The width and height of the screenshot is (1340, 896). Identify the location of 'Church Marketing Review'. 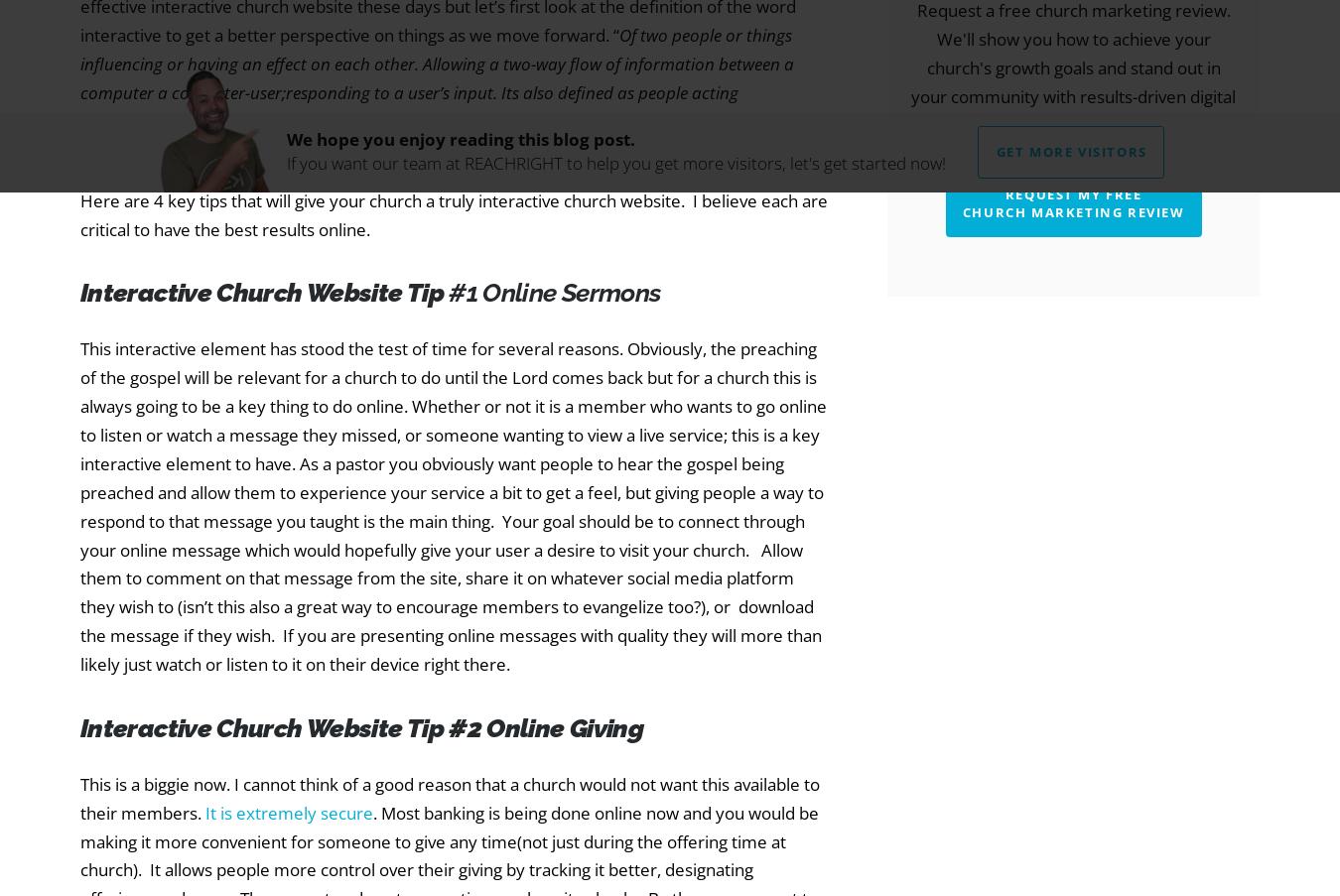
(1072, 212).